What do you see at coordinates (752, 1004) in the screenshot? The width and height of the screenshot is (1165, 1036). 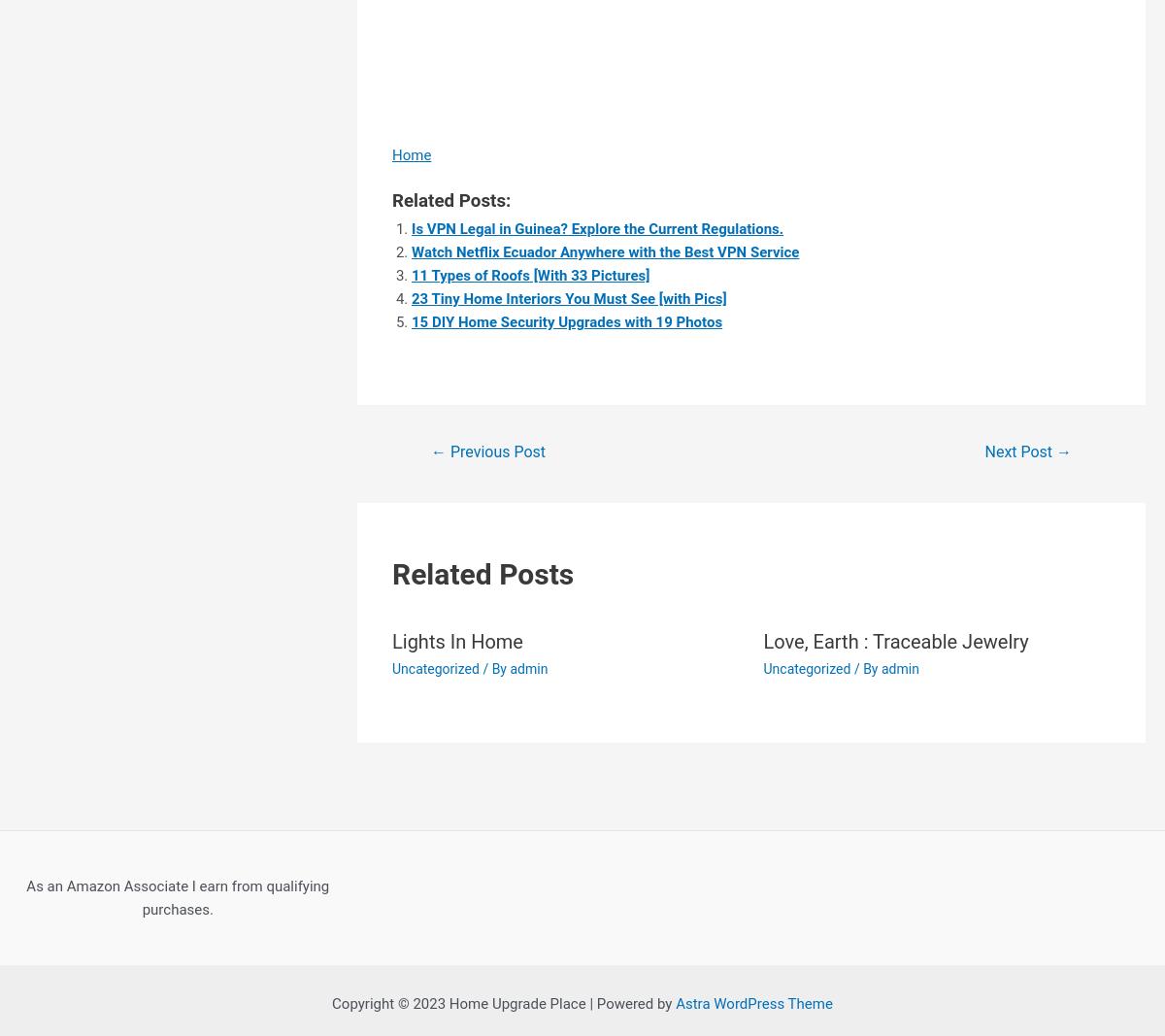 I see `'Astra WordPress Theme'` at bounding box center [752, 1004].